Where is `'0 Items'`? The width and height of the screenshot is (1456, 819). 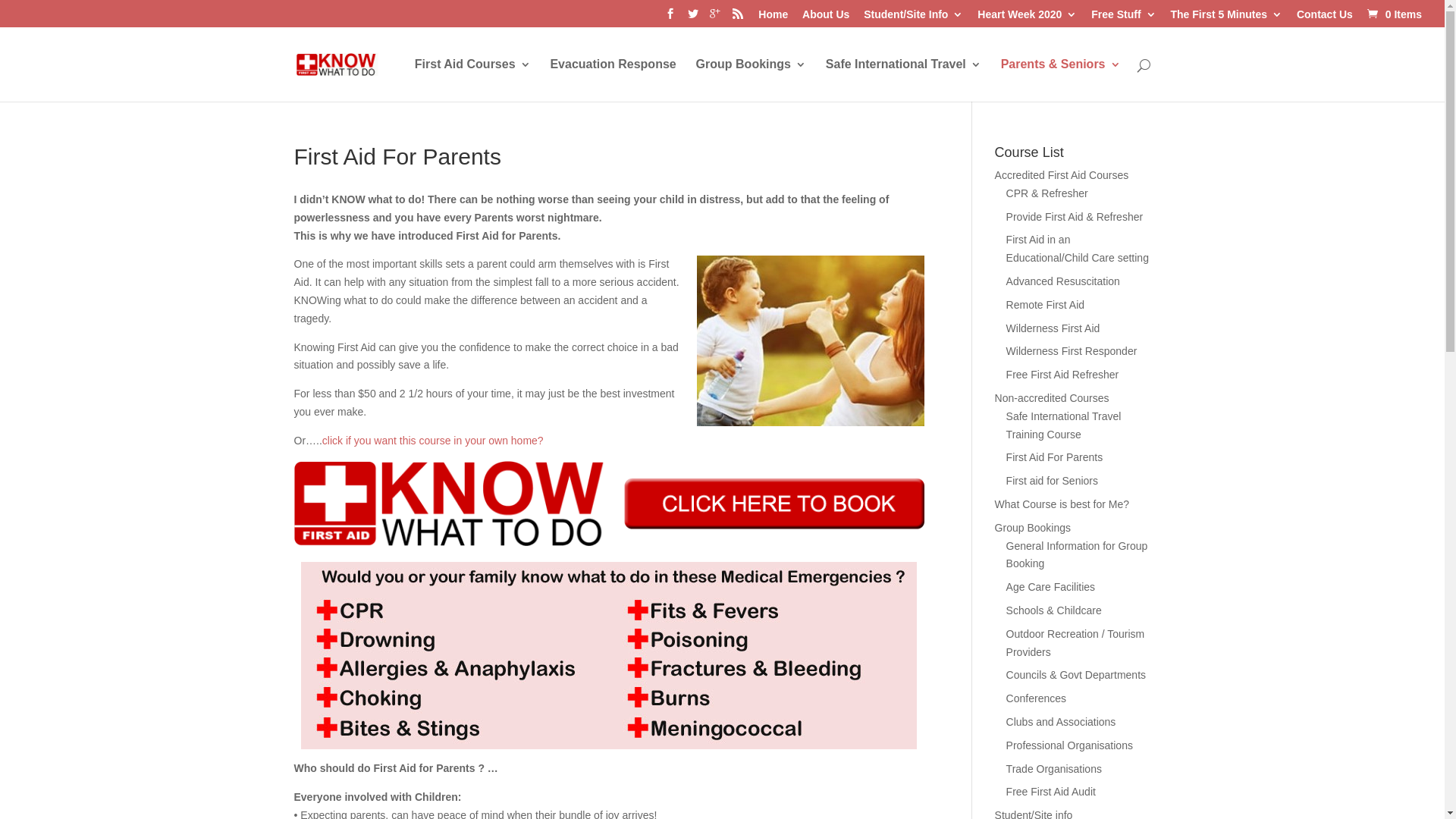
'0 Items' is located at coordinates (1393, 14).